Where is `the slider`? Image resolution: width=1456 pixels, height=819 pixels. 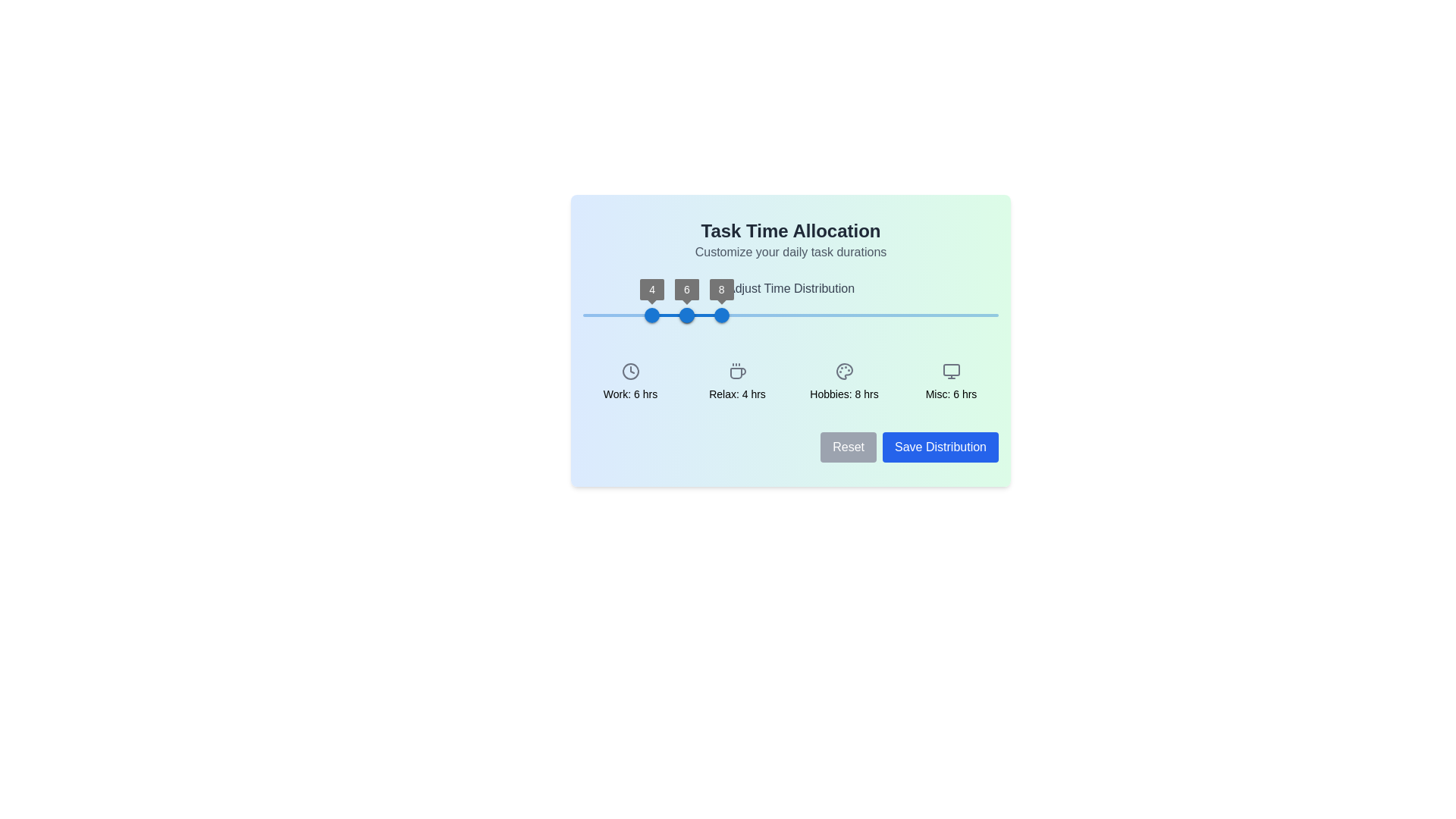
the slider is located at coordinates (745, 303).